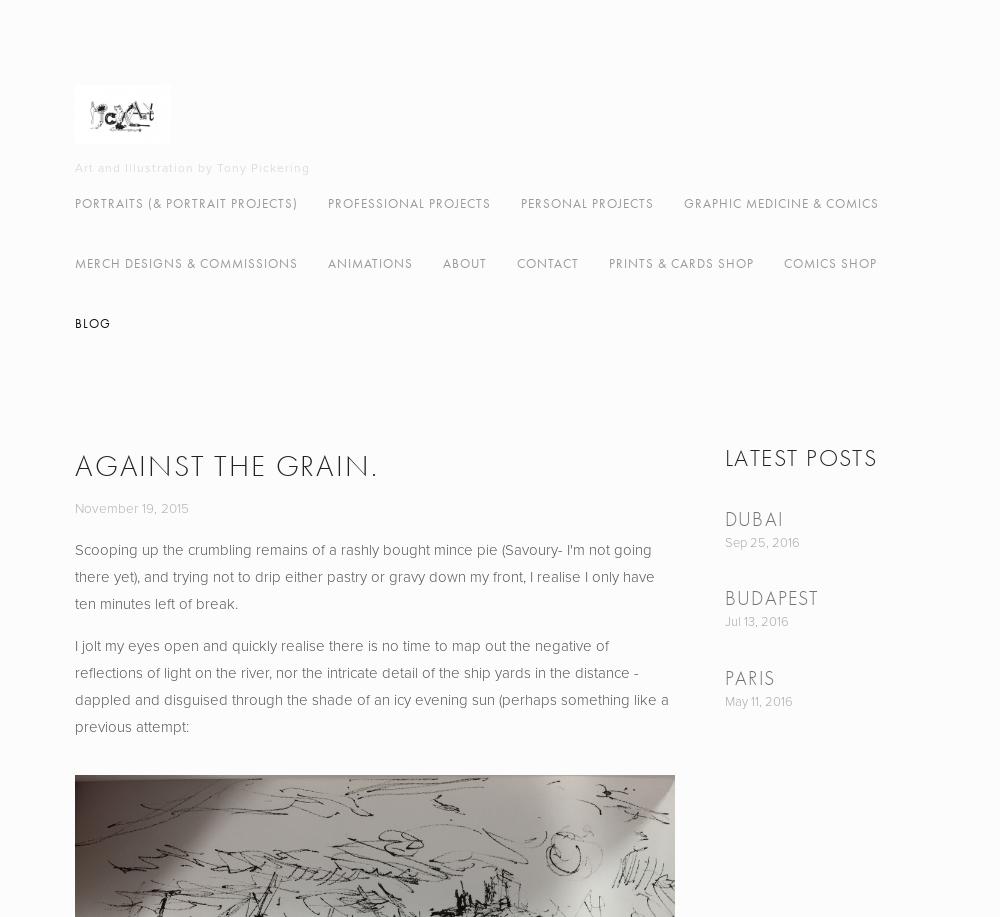 The width and height of the screenshot is (1000, 917). Describe the element at coordinates (754, 518) in the screenshot. I see `'Dubai'` at that location.